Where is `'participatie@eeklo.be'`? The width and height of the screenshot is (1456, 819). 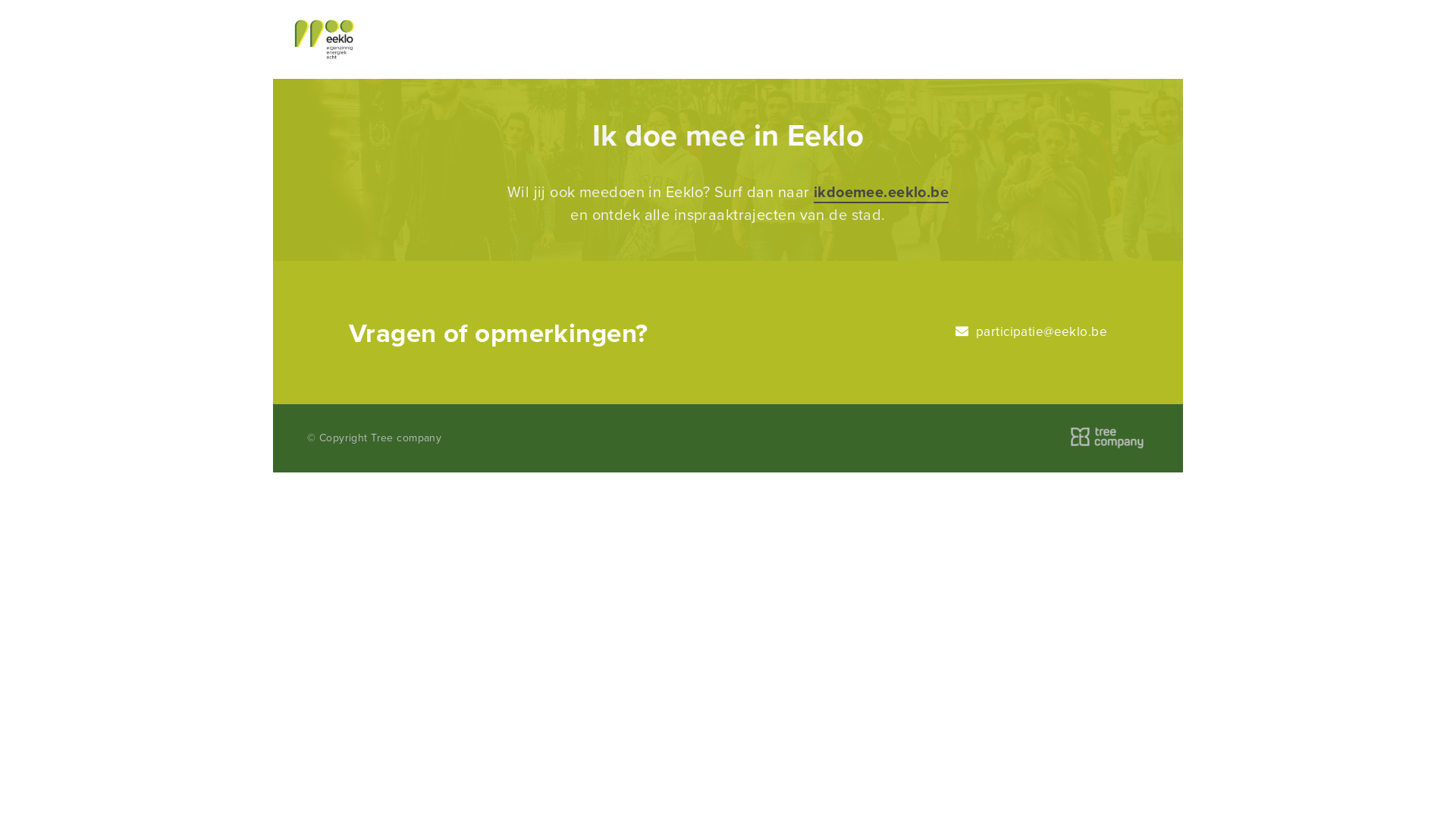
'participatie@eeklo.be' is located at coordinates (1031, 331).